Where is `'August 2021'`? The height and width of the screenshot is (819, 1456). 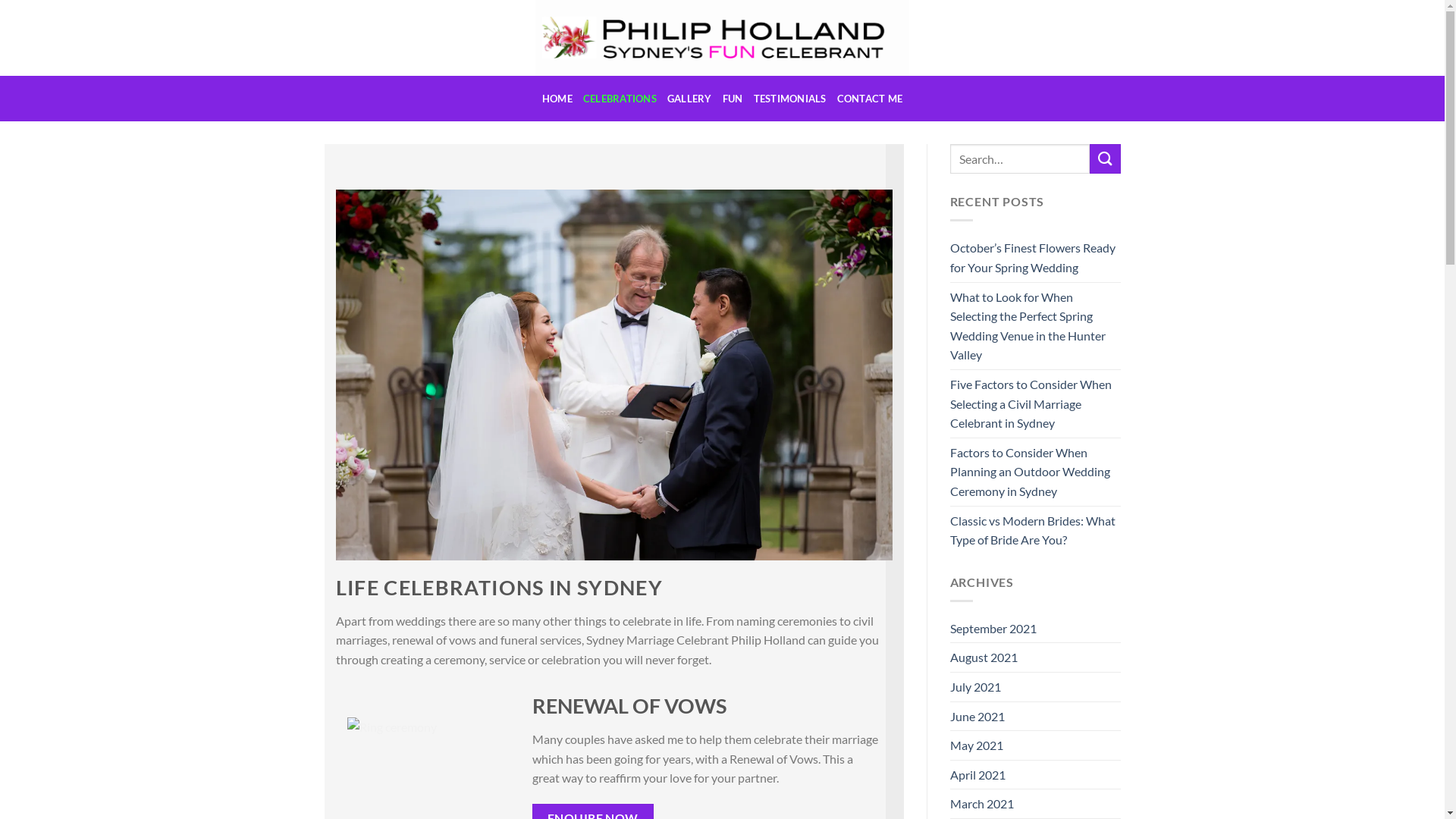 'August 2021' is located at coordinates (983, 657).